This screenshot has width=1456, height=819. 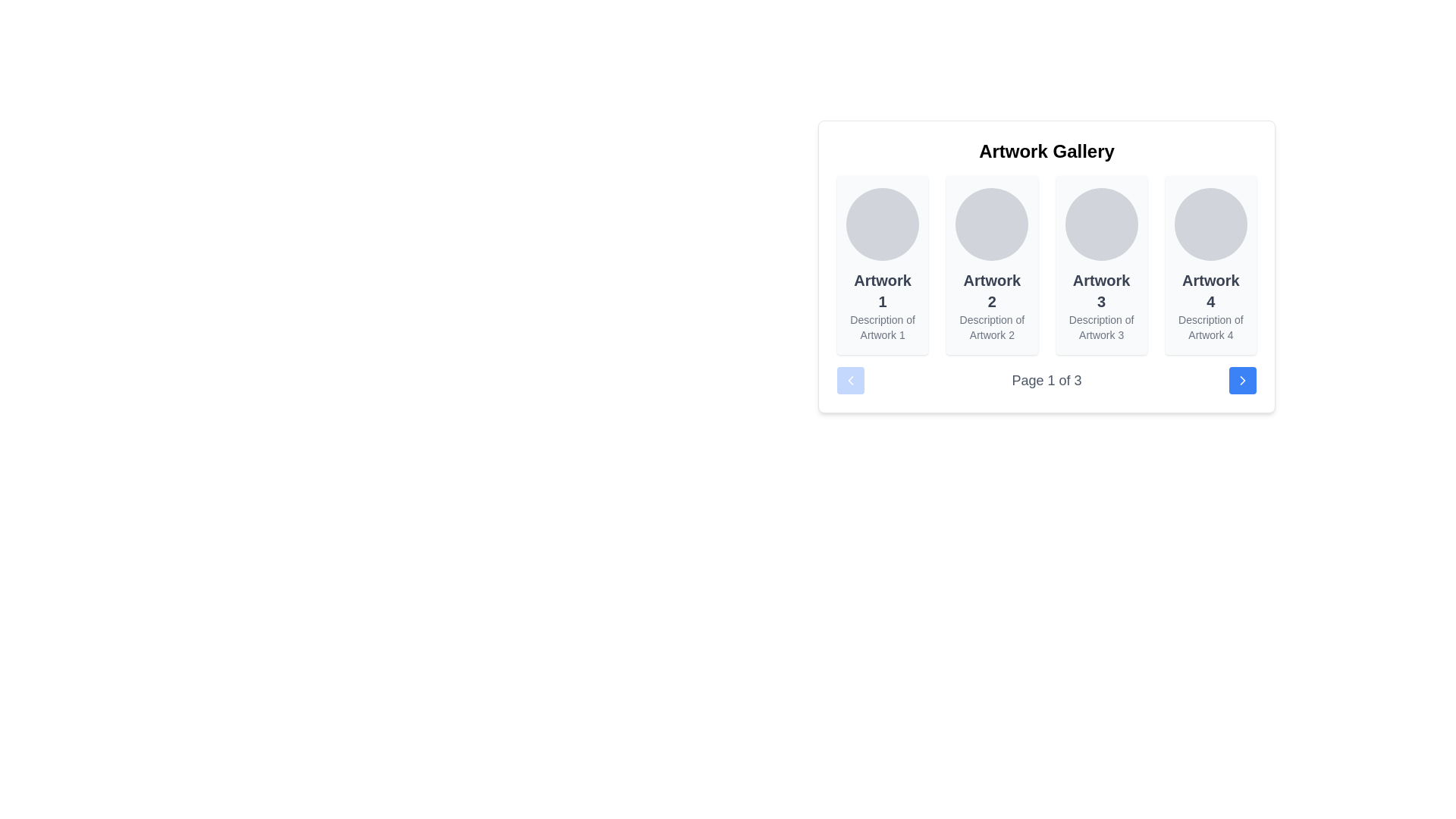 What do you see at coordinates (851, 379) in the screenshot?
I see `the blue left arrow button with rounded corners` at bounding box center [851, 379].